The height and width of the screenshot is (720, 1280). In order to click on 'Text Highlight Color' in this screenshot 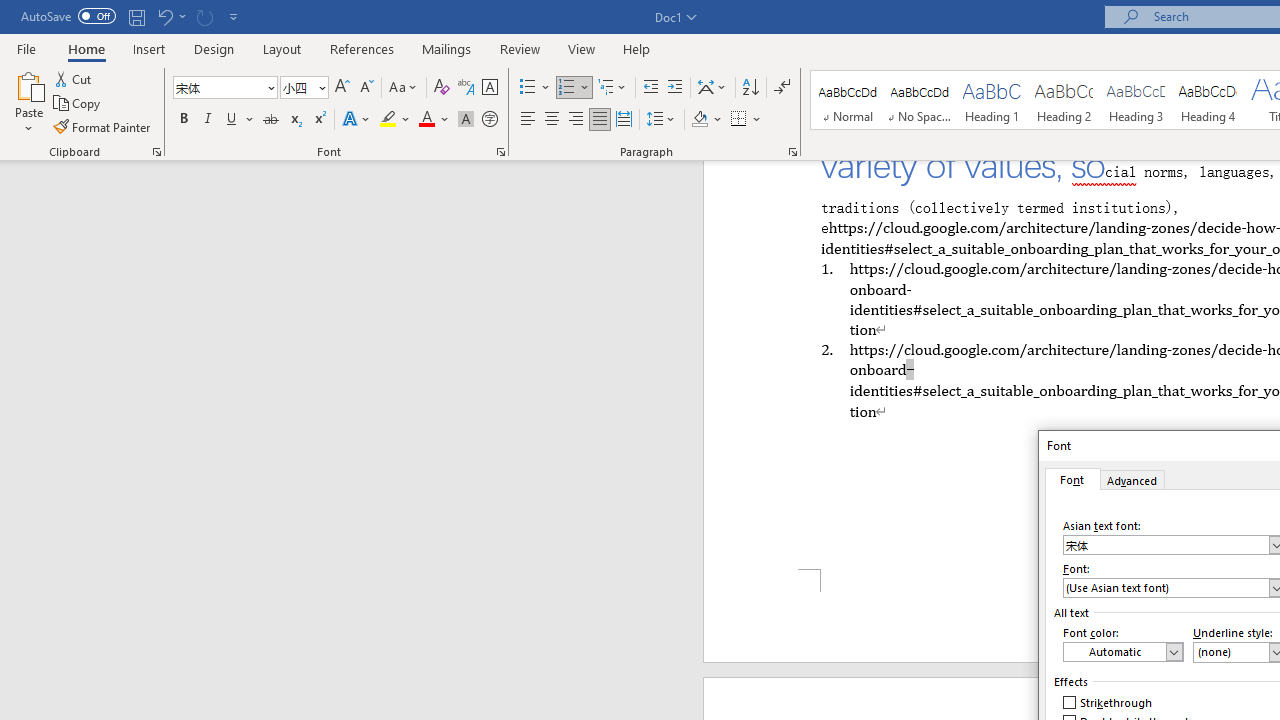, I will do `click(395, 119)`.